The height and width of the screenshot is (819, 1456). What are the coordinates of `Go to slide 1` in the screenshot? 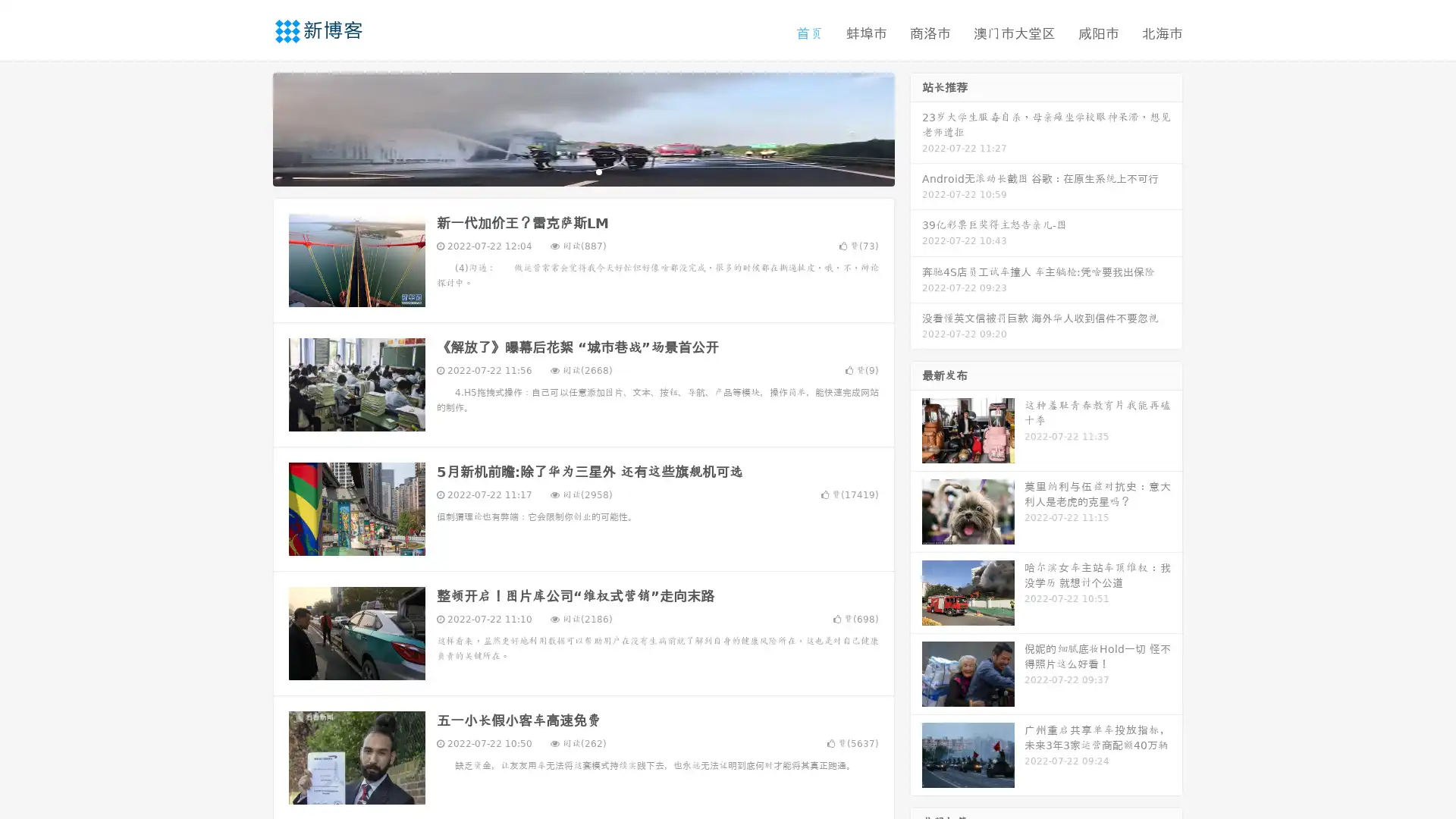 It's located at (567, 171).